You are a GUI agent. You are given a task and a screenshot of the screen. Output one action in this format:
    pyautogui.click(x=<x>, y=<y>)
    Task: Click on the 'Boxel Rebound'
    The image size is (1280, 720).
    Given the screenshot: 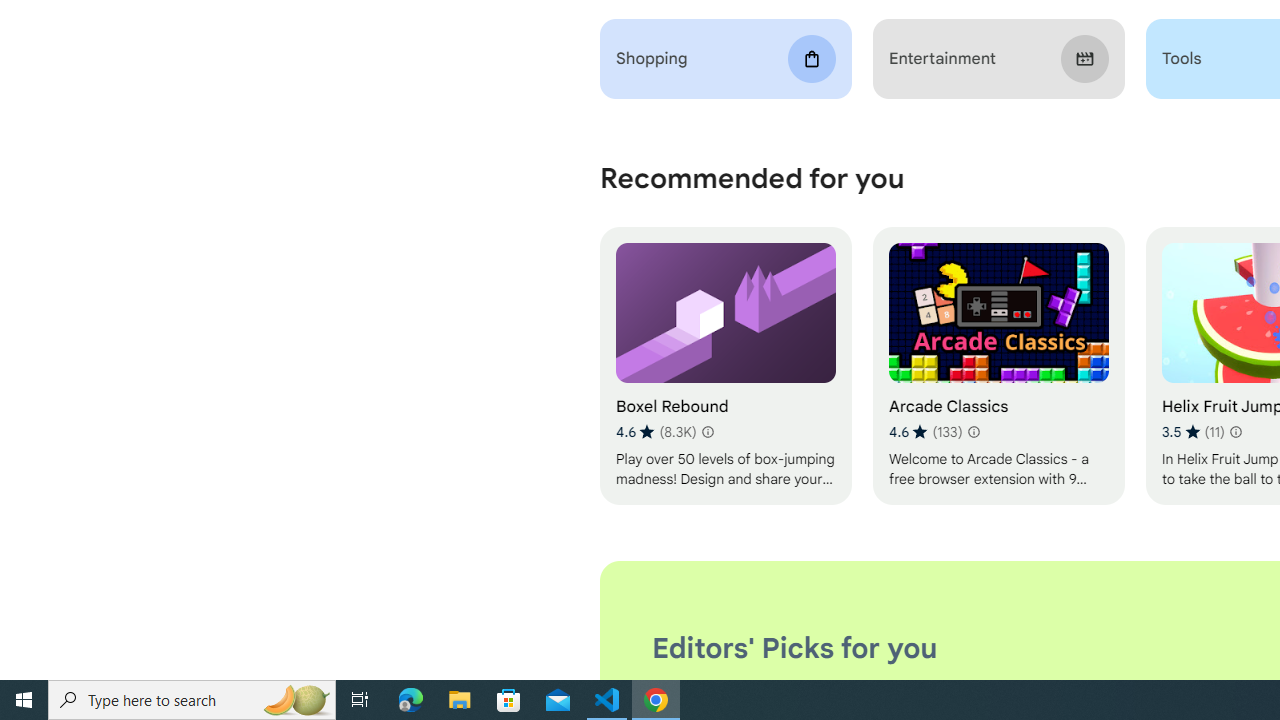 What is the action you would take?
    pyautogui.click(x=724, y=366)
    